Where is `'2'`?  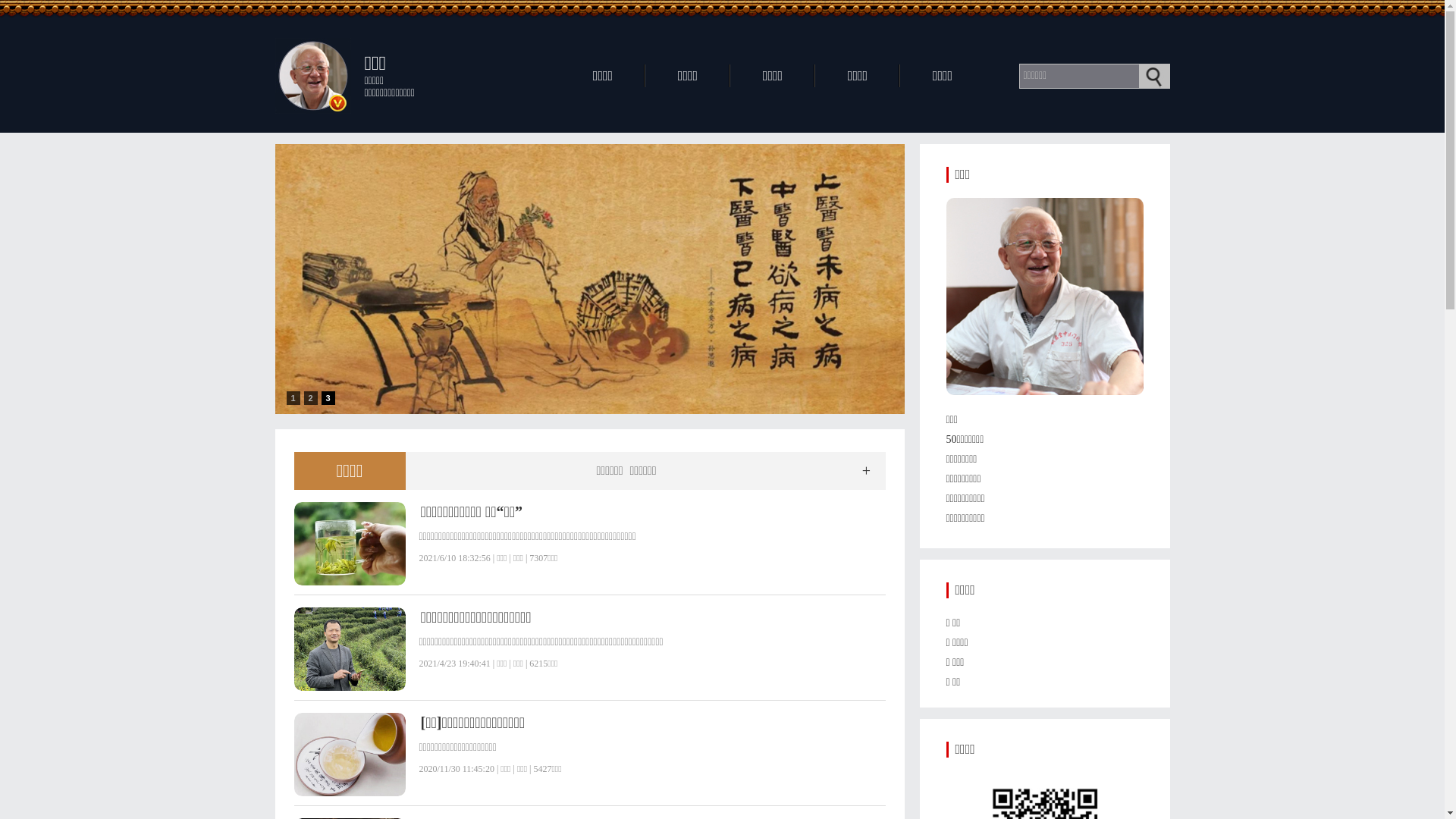 '2' is located at coordinates (309, 397).